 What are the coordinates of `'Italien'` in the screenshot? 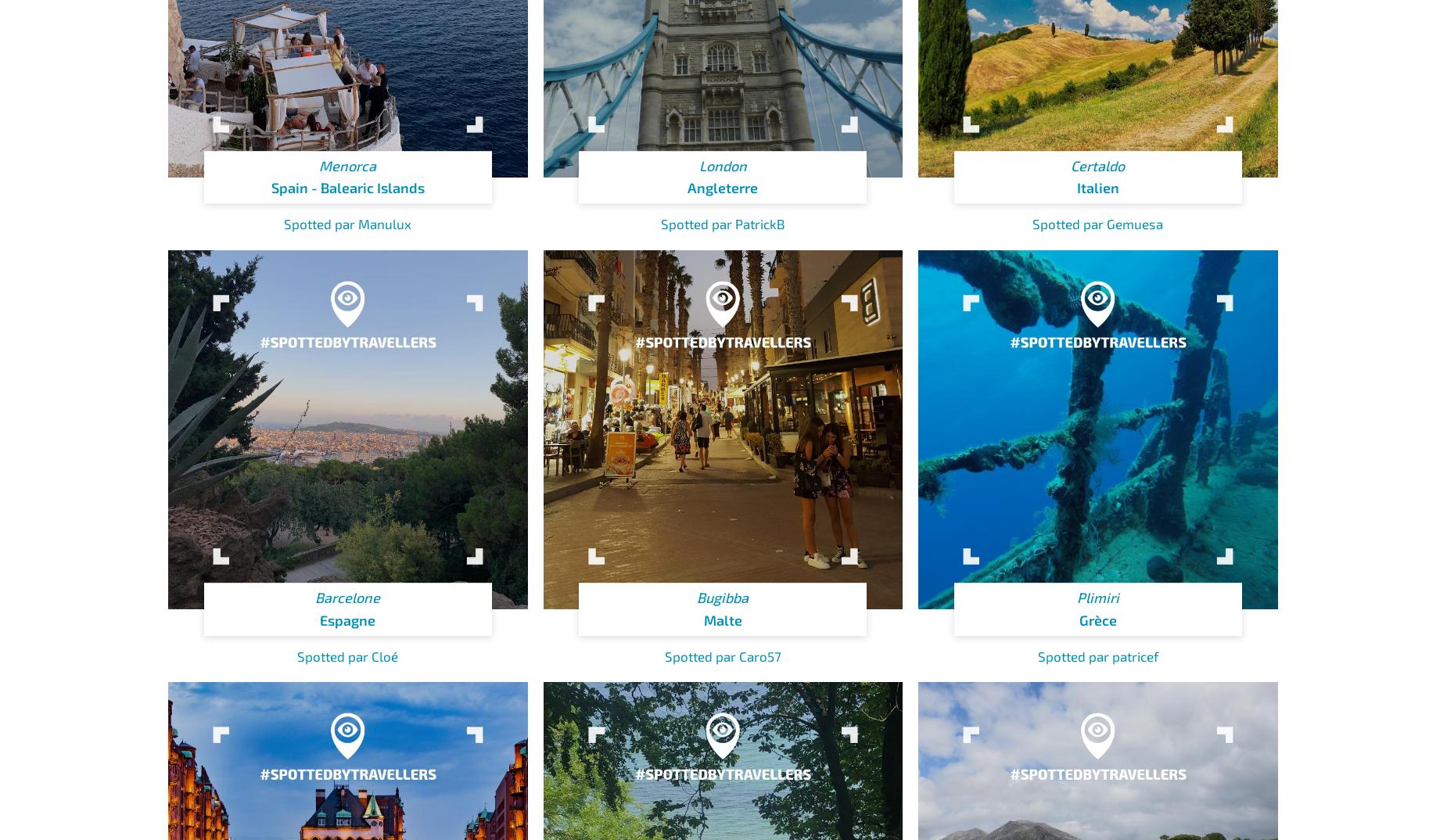 It's located at (1097, 187).